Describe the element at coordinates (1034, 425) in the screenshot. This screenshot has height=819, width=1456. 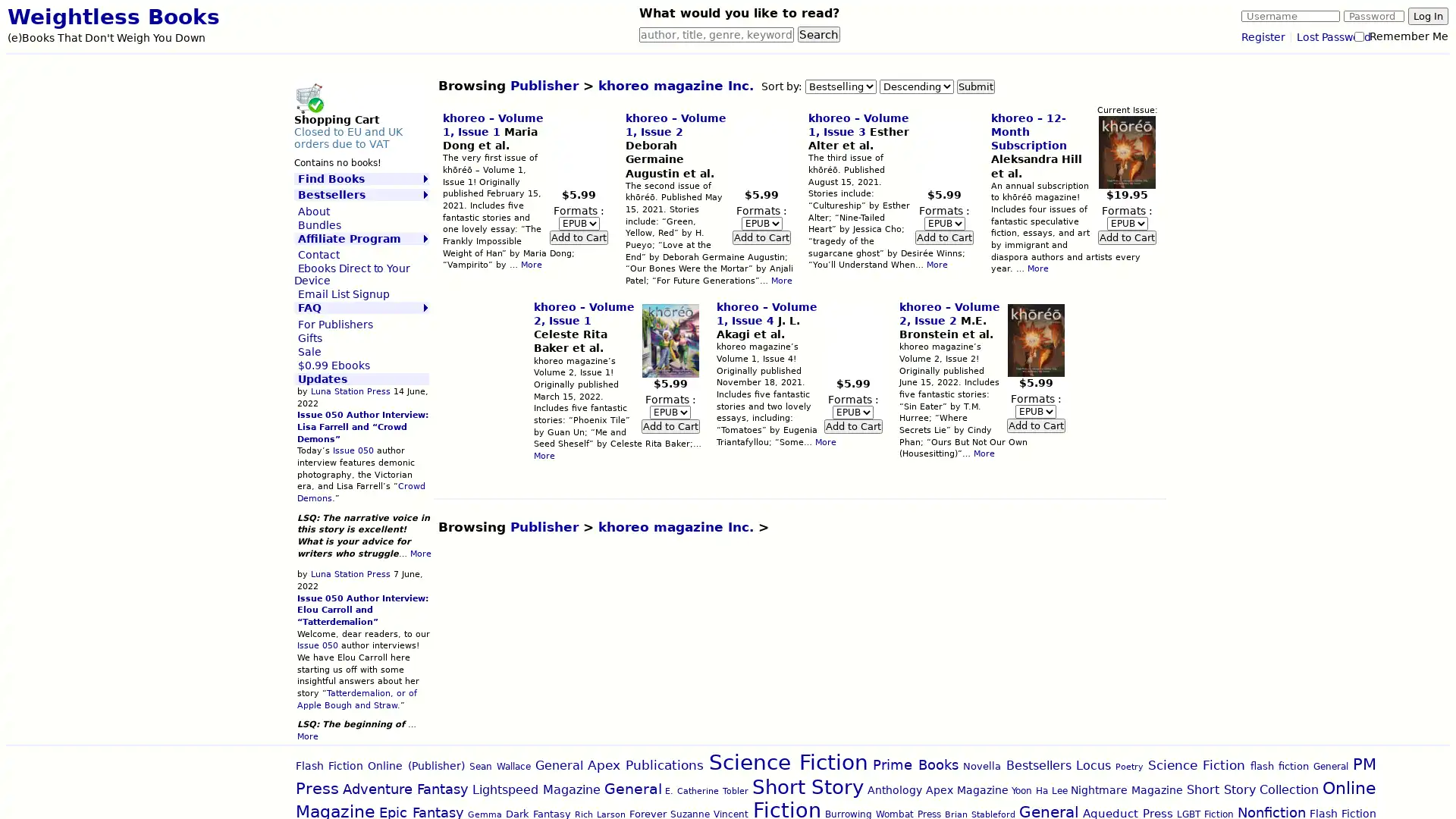
I see `Add to Cart` at that location.